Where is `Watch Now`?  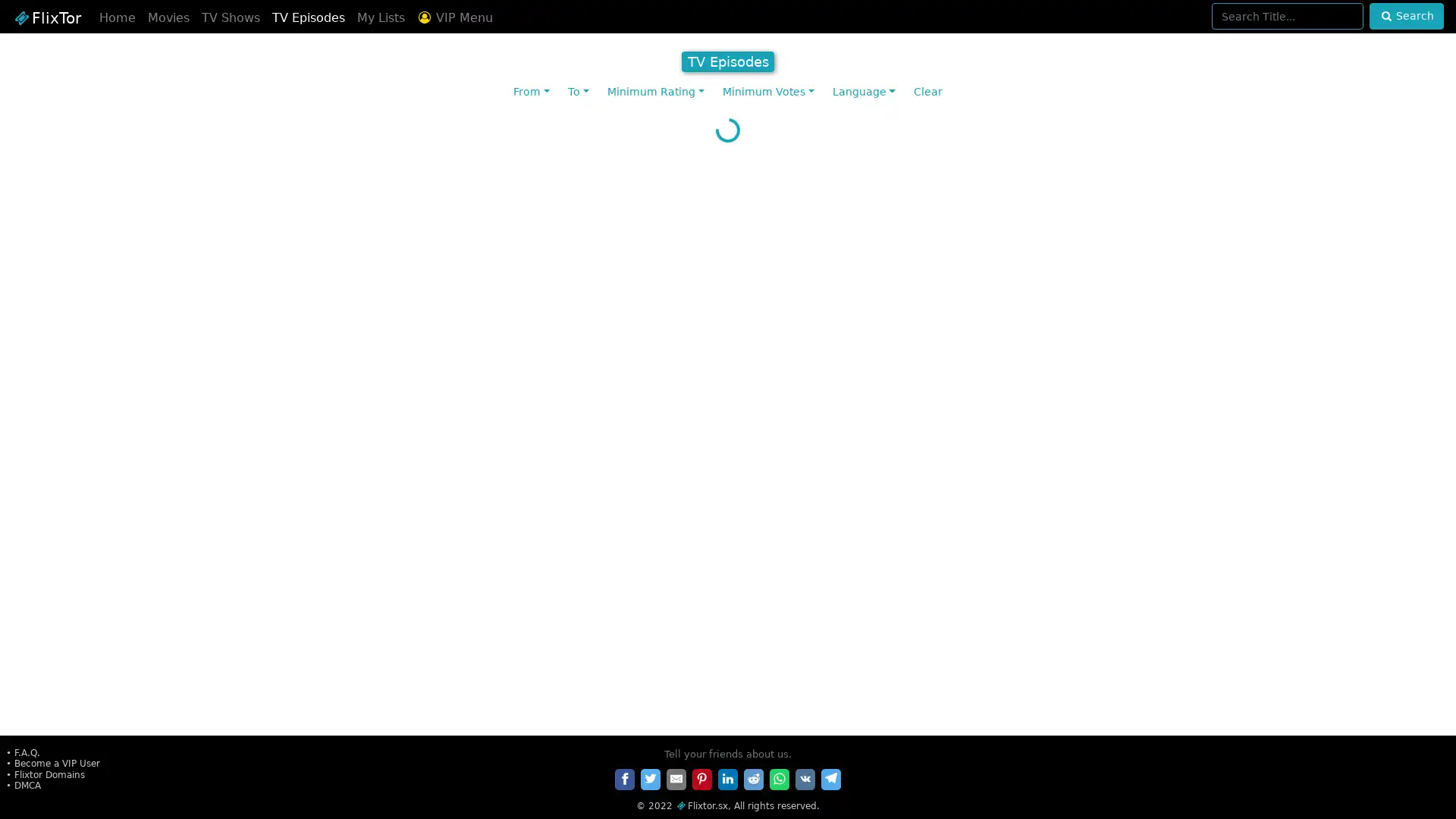
Watch Now is located at coordinates (1332, 332).